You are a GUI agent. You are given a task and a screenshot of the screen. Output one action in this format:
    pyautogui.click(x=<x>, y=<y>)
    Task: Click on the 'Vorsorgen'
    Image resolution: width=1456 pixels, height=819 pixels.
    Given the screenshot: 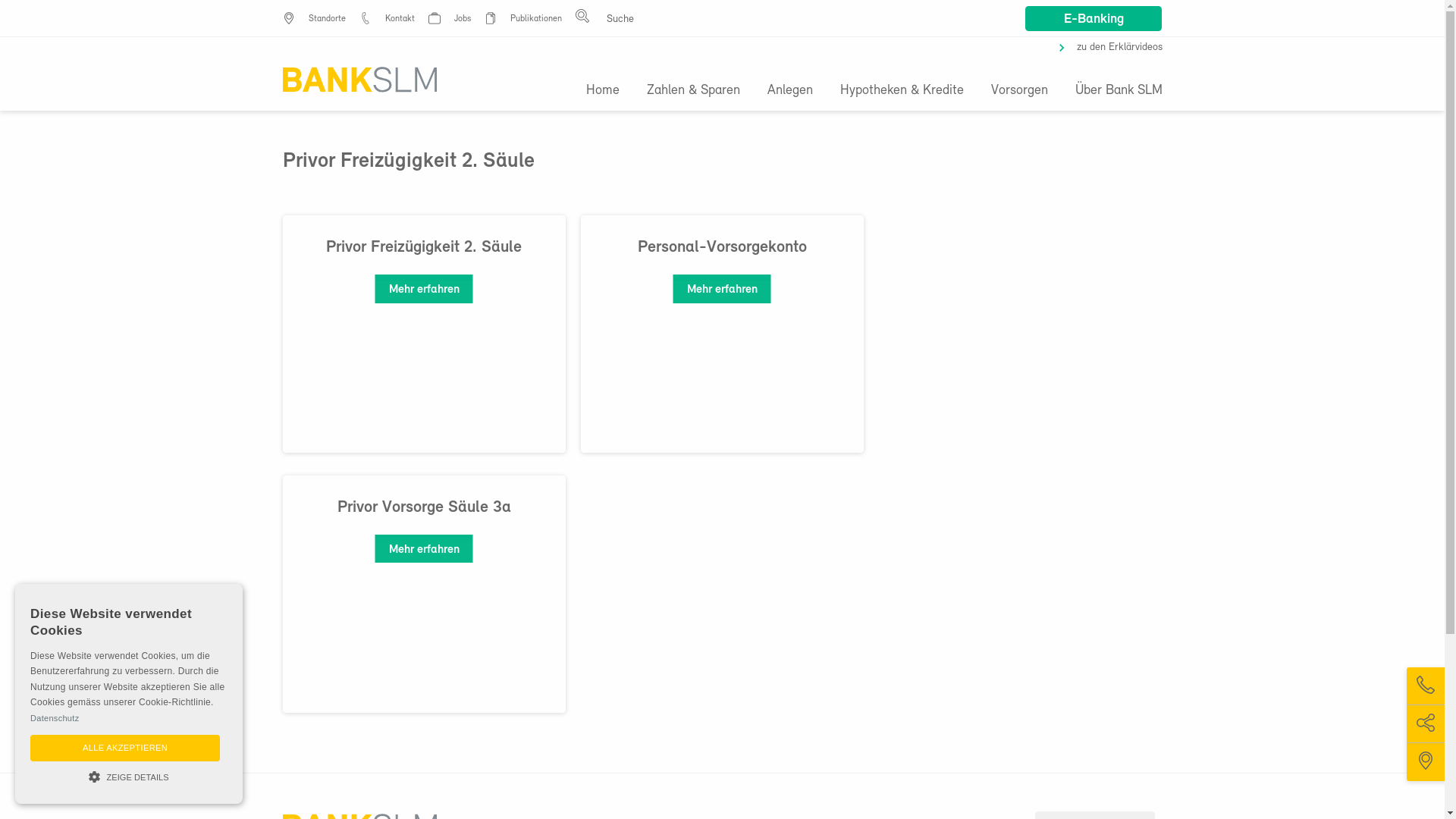 What is the action you would take?
    pyautogui.click(x=976, y=90)
    